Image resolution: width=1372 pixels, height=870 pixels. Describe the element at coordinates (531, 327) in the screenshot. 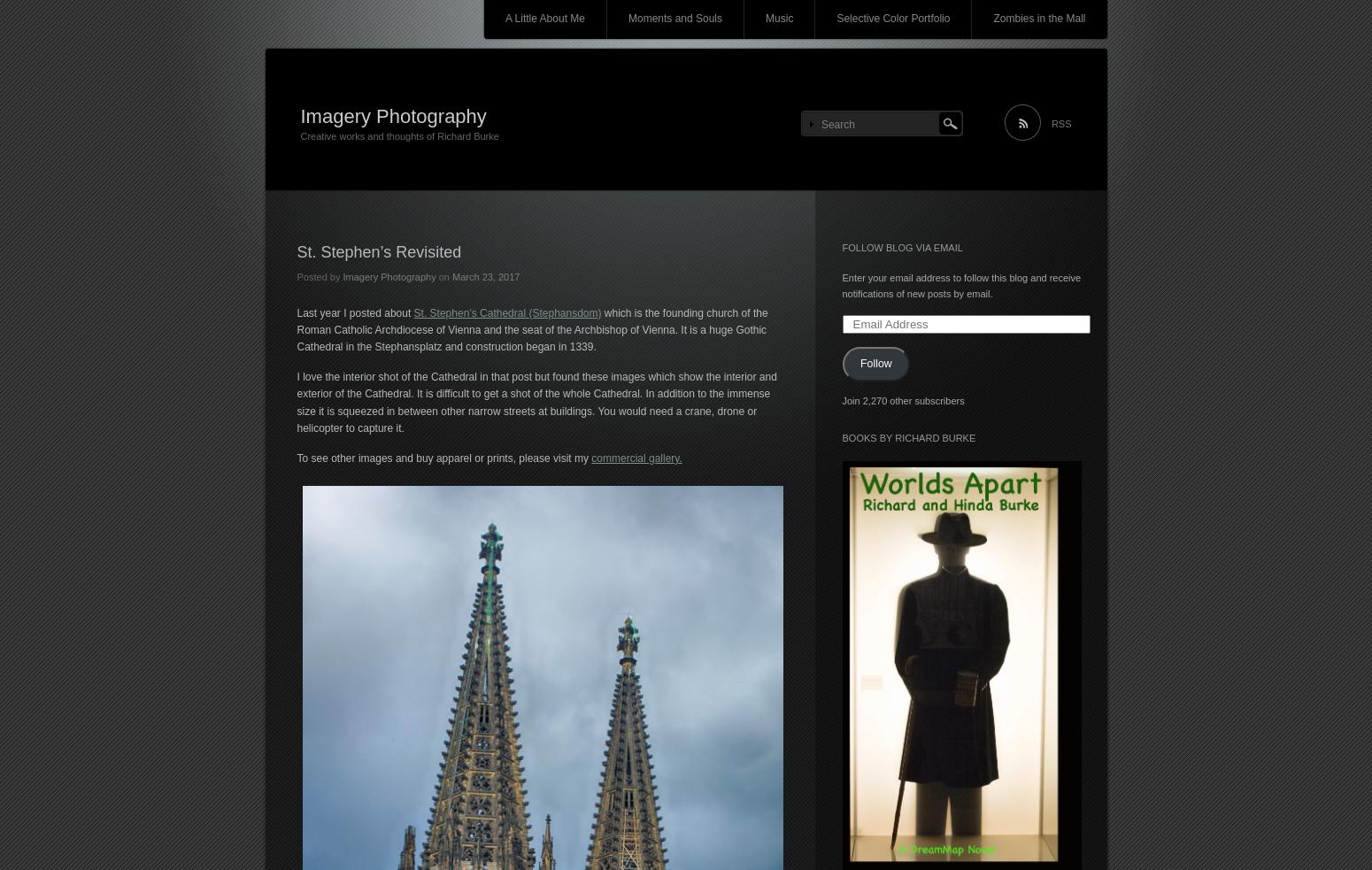

I see `'which is the founding church of the Roman Catholic Archdiocese of Vienna and the seat of the Archbishop of Vienna. It is a huge Gothic Cathedral in the Stephansplatz and construction began in 1339.'` at that location.